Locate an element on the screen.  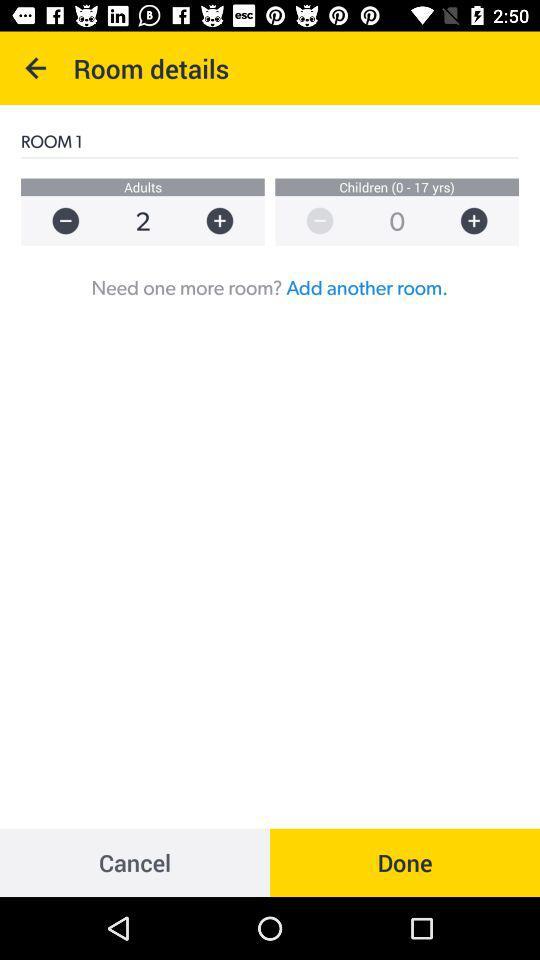
decrease number is located at coordinates (55, 221).